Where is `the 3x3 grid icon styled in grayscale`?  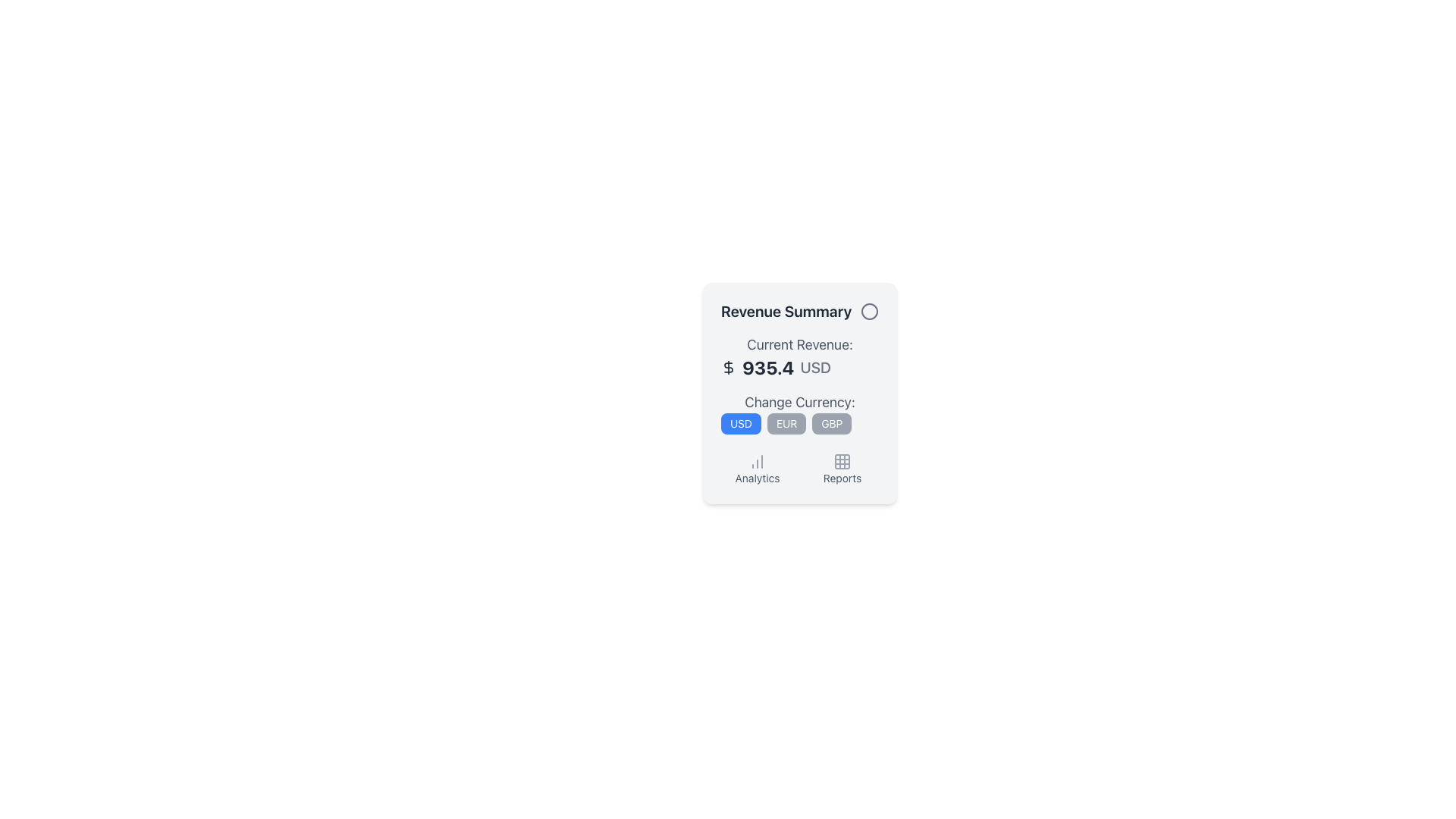
the 3x3 grid icon styled in grayscale is located at coordinates (841, 461).